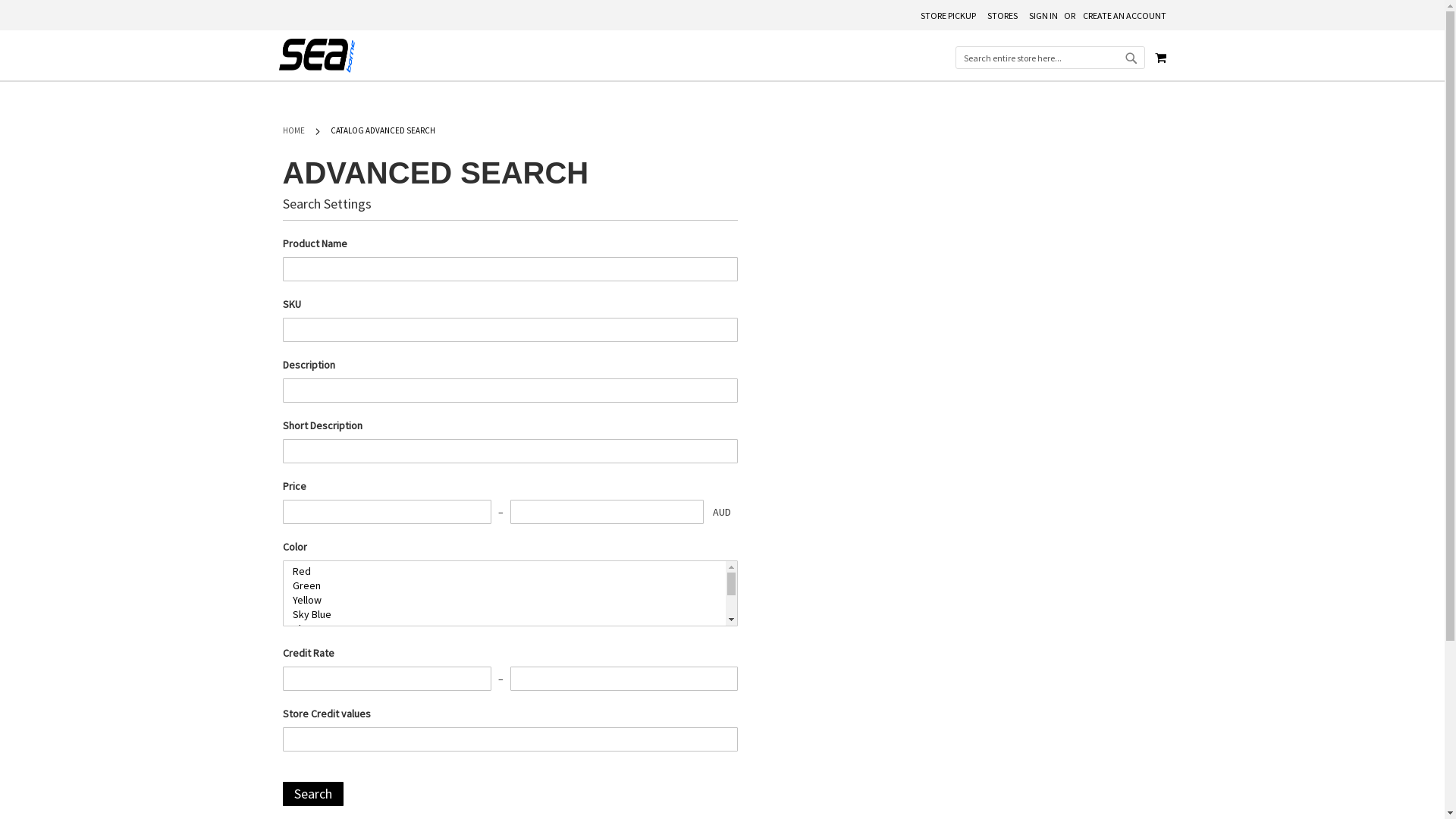  What do you see at coordinates (510, 390) in the screenshot?
I see `'Description'` at bounding box center [510, 390].